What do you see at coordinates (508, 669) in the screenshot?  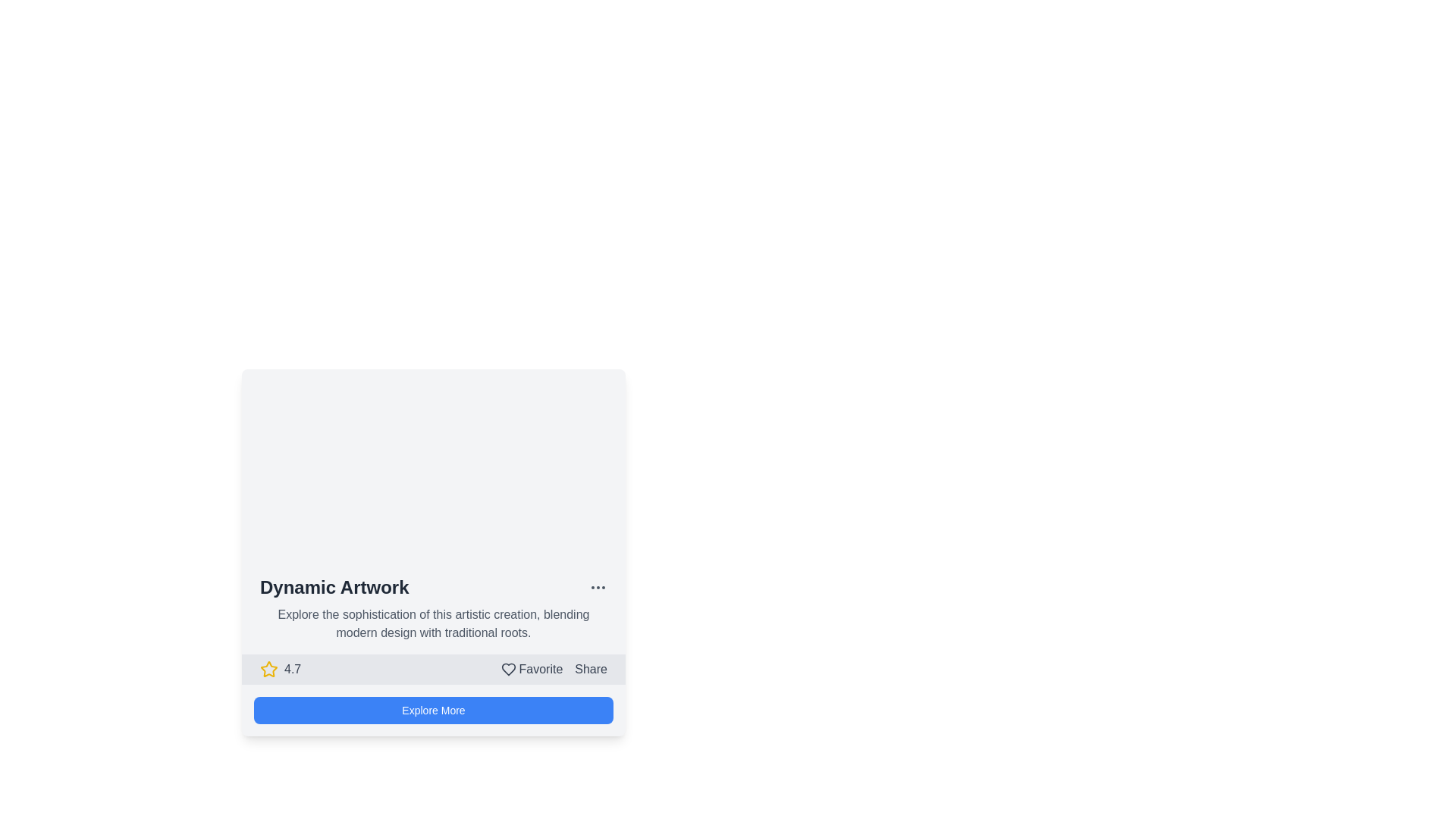 I see `the 'Favorite' heart icon located in the middle section of the card` at bounding box center [508, 669].